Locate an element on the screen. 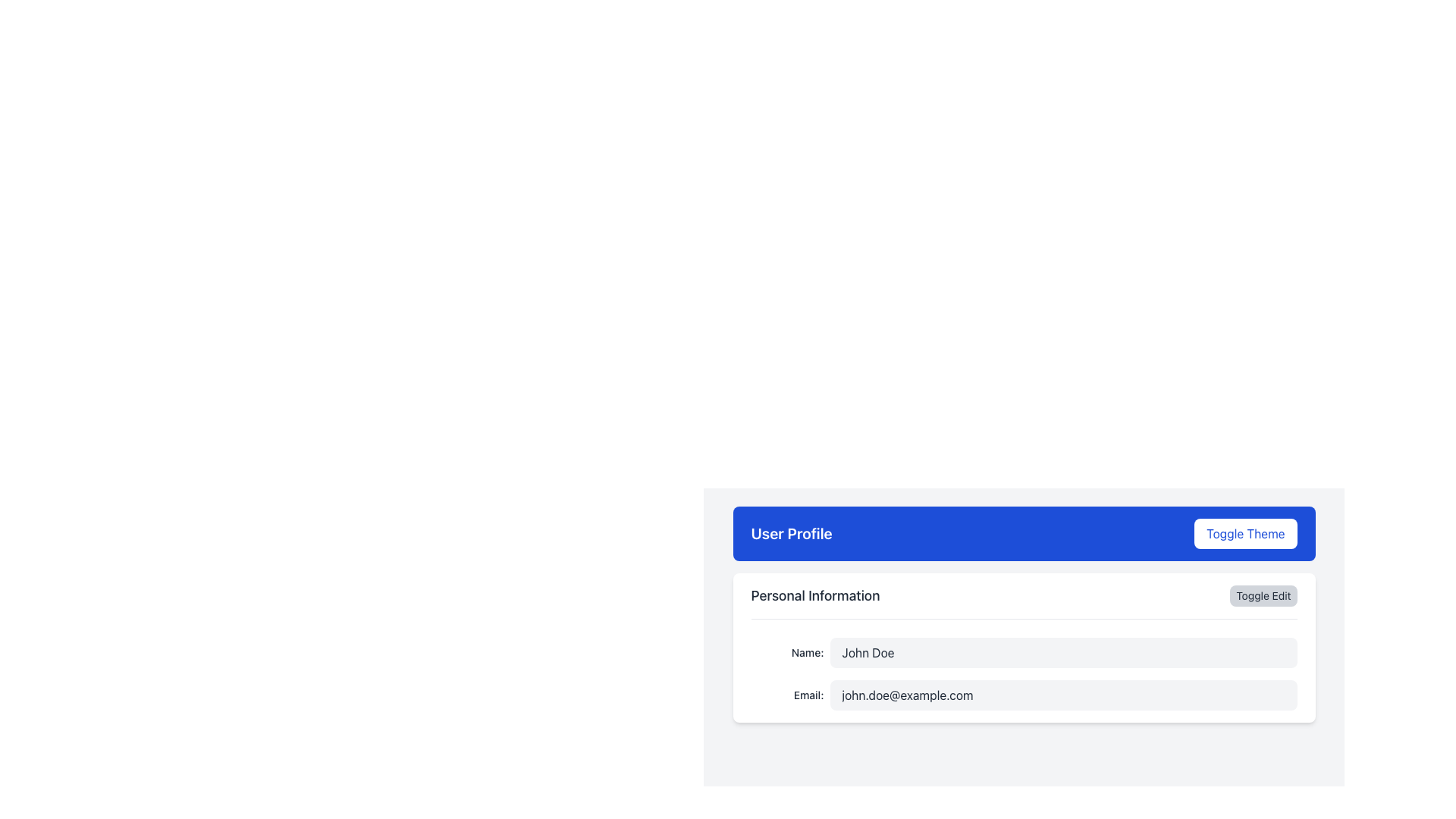 The width and height of the screenshot is (1456, 819). the static text label indicating the user's name input field in the Personal Information section of the User Profile is located at coordinates (787, 651).